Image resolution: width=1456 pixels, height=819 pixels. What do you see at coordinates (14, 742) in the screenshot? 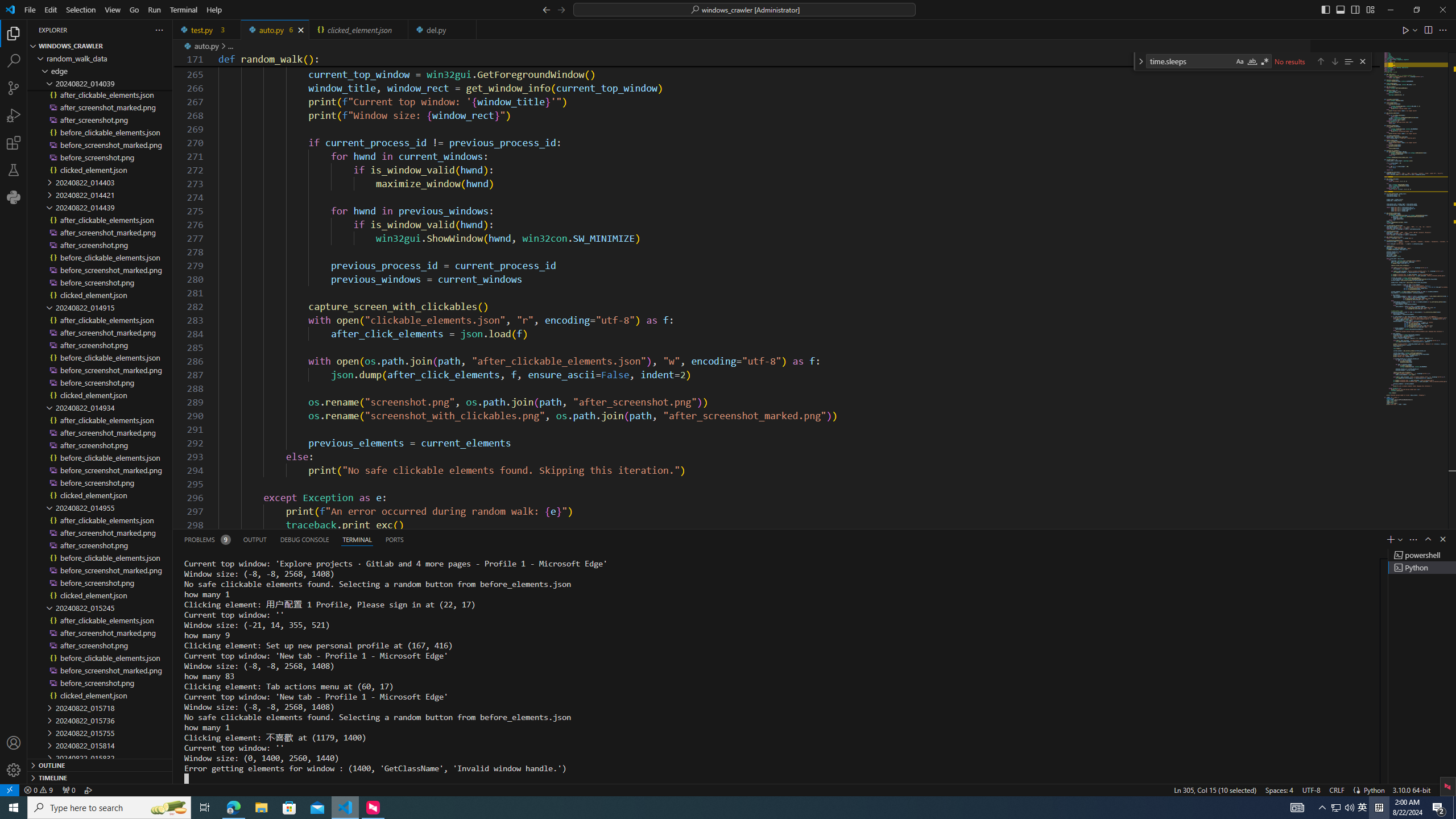
I see `'Accounts'` at bounding box center [14, 742].